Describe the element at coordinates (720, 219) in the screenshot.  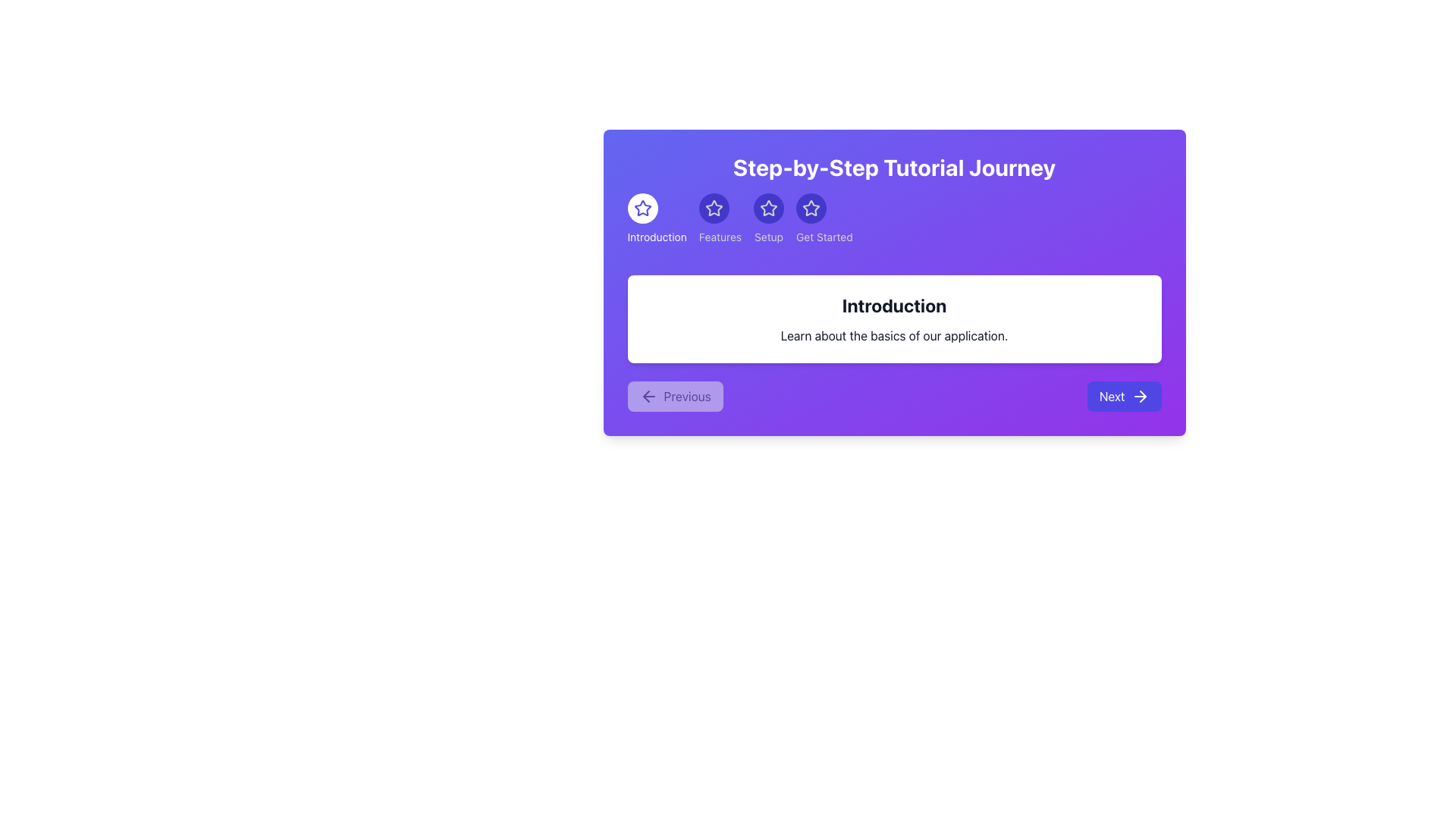
I see `the circular 'Features' button with a star icon and indigo background, located in the step navigation interface` at that location.